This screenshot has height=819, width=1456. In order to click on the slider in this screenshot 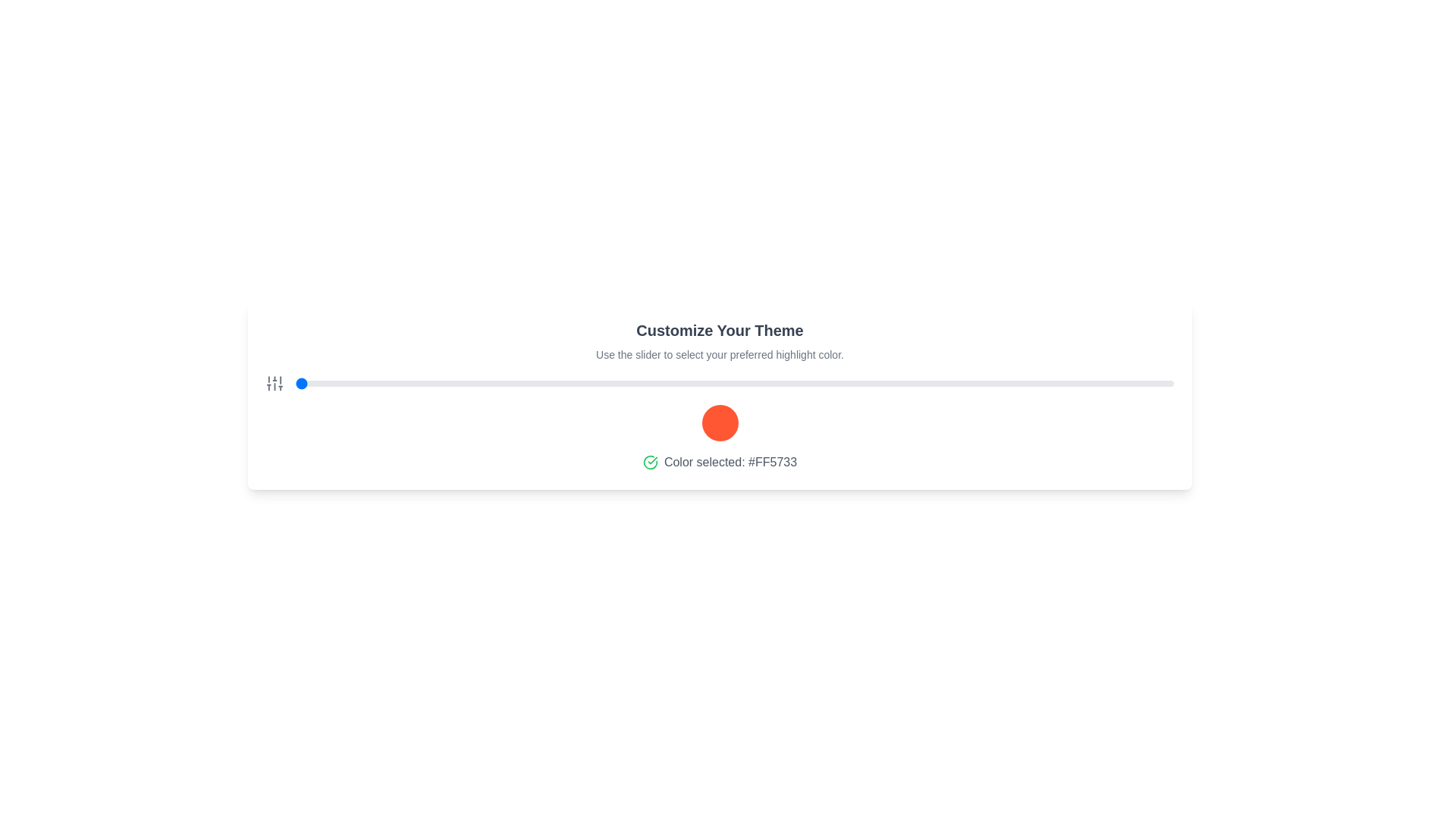, I will do `click(376, 382)`.